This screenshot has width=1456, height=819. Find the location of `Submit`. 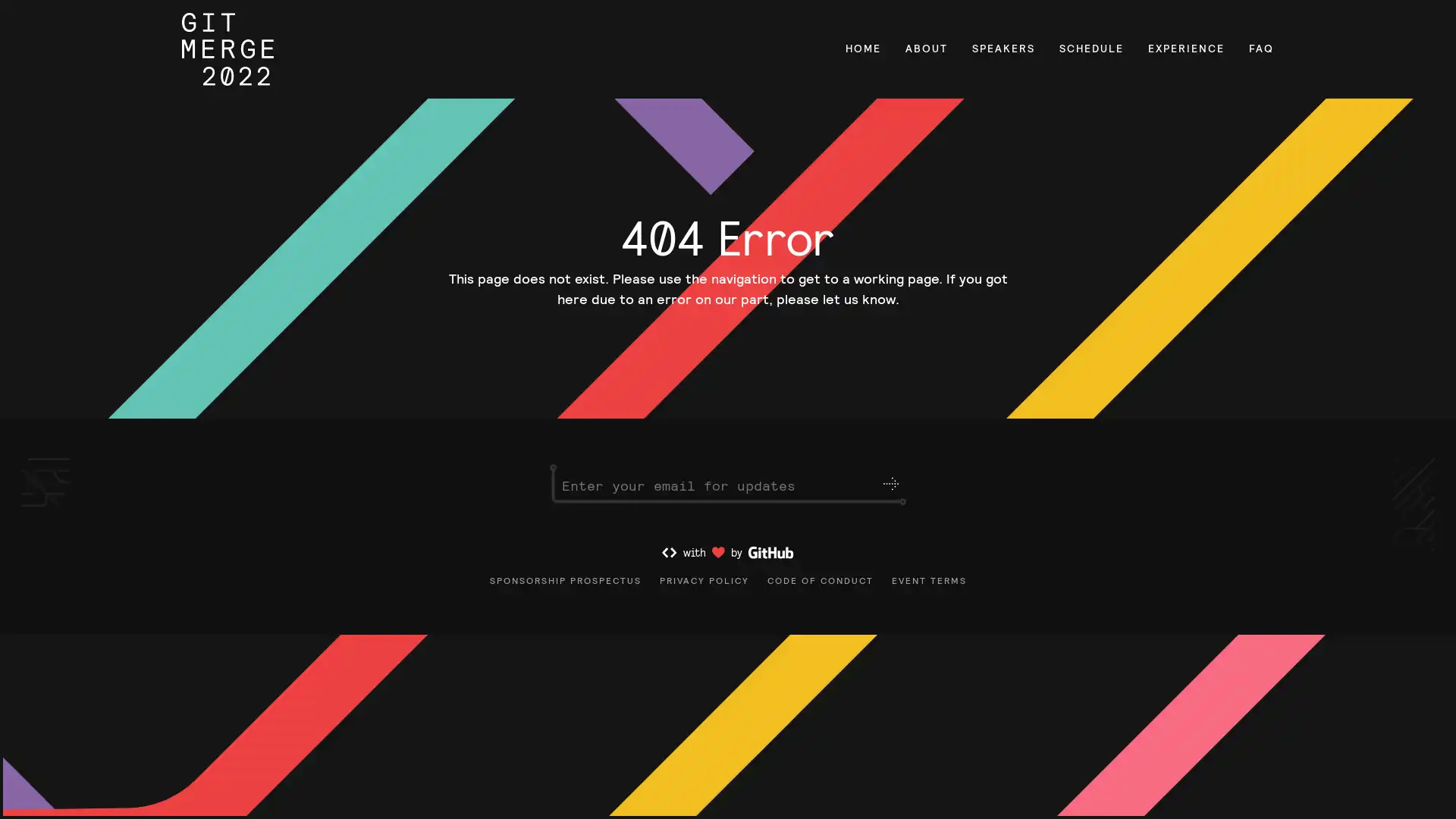

Submit is located at coordinates (890, 485).